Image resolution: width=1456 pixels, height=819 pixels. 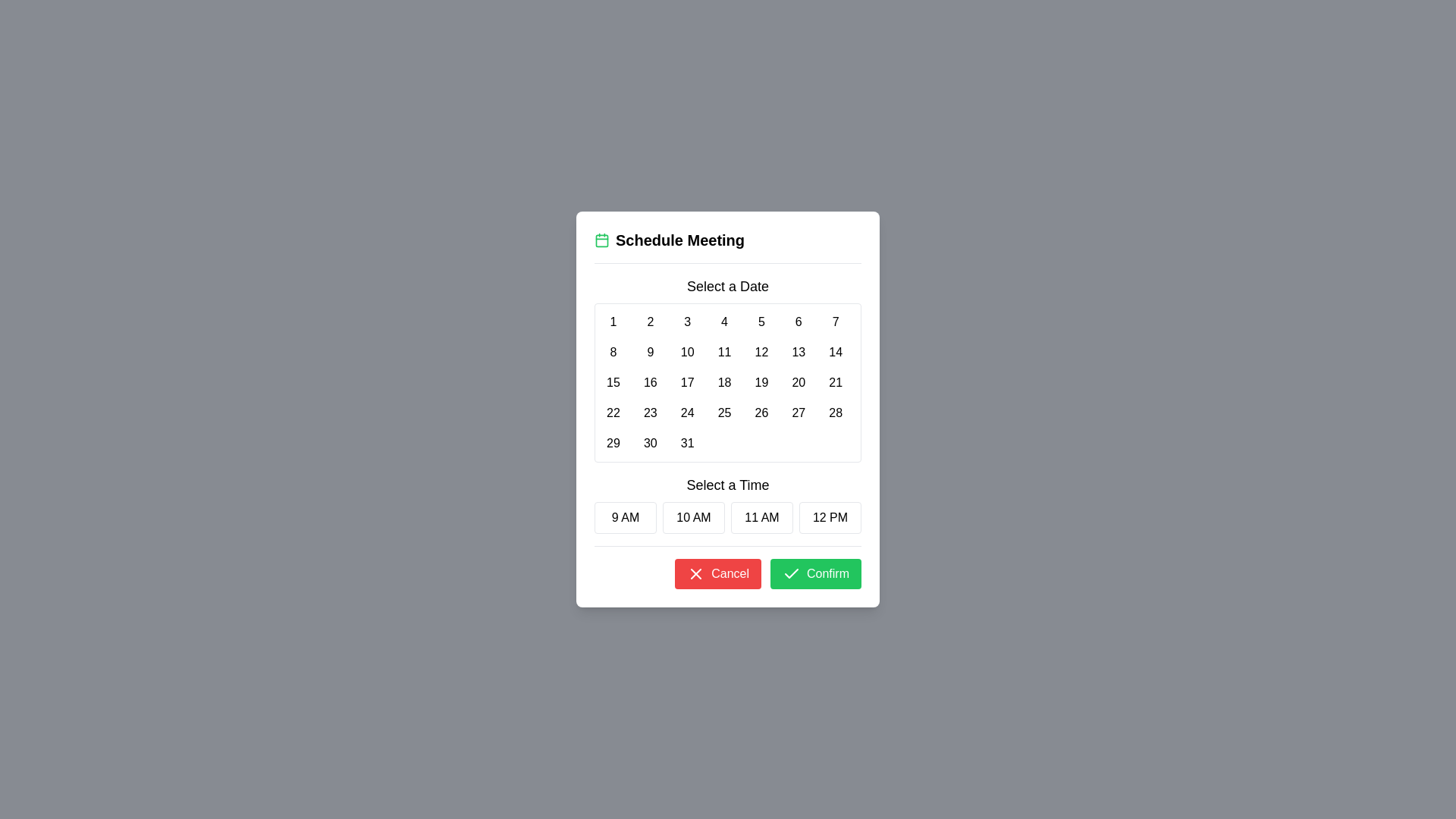 I want to click on the button representing the date '5' in the date picker calendar, so click(x=761, y=321).